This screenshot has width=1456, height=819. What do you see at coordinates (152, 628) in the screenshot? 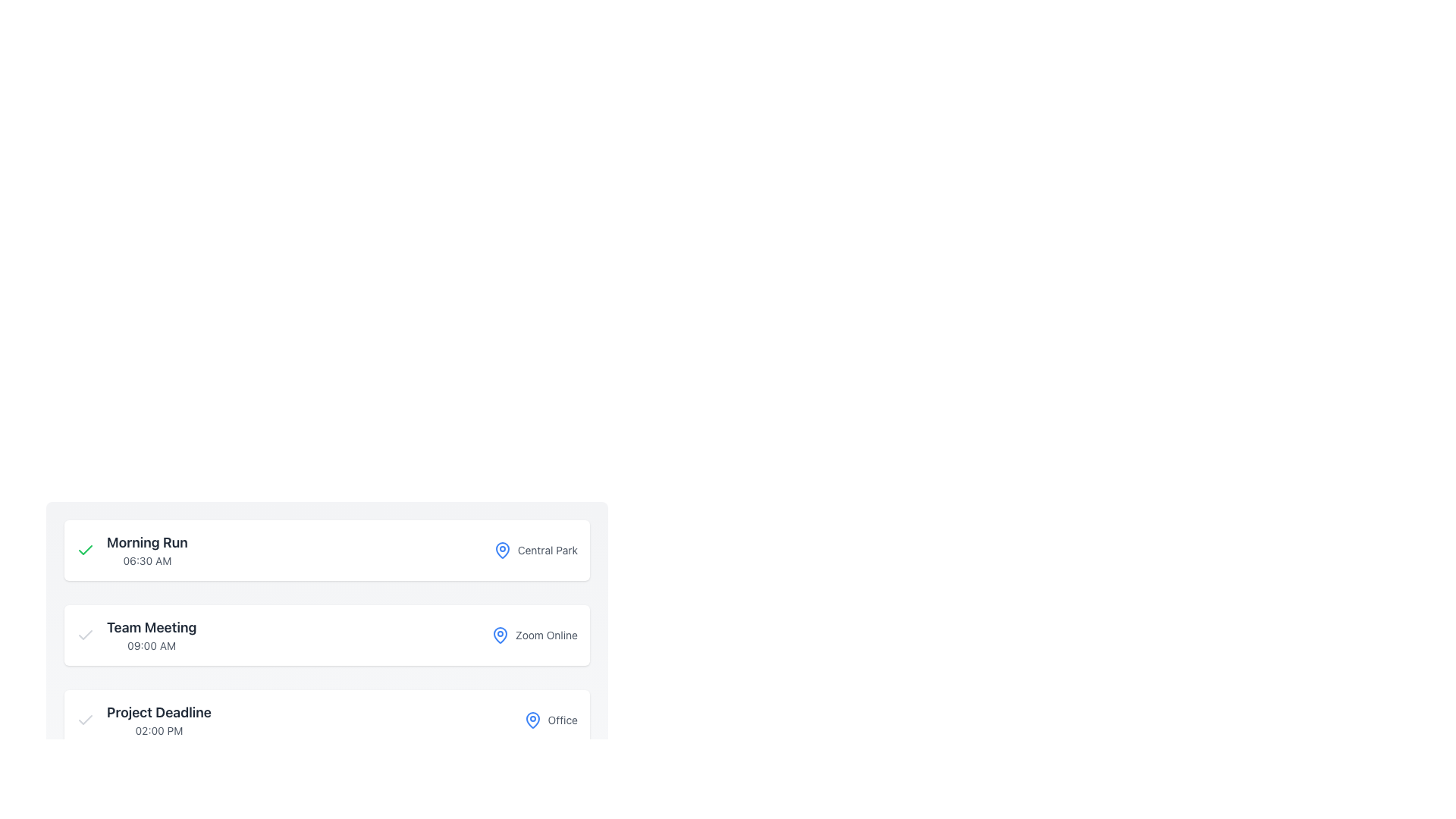
I see `text of the 'Team Meeting' label, which is the second item in a vertically stacked list of events or tasks` at bounding box center [152, 628].